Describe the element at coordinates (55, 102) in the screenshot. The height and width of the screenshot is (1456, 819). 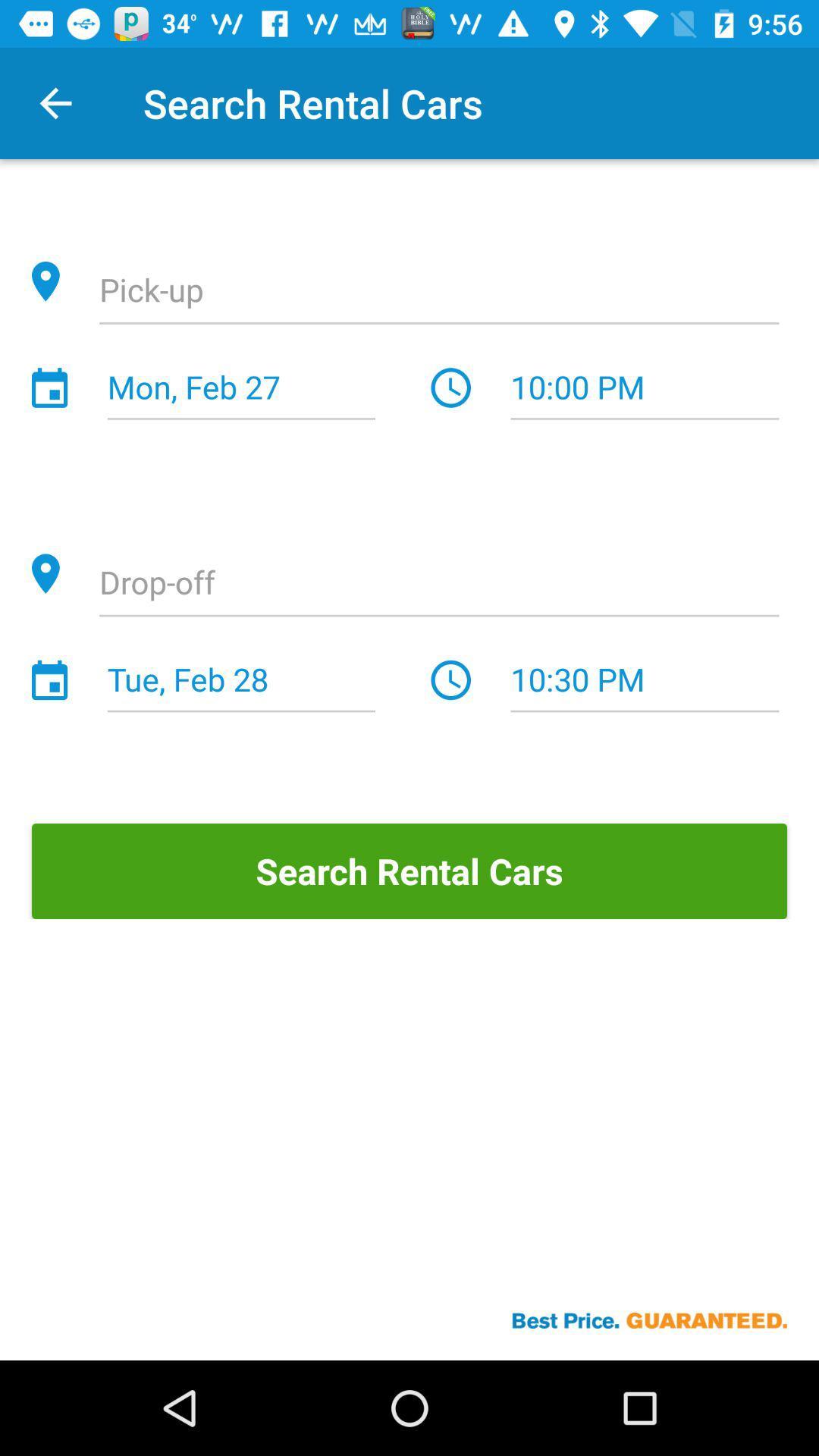
I see `item to the left of search rental cars icon` at that location.